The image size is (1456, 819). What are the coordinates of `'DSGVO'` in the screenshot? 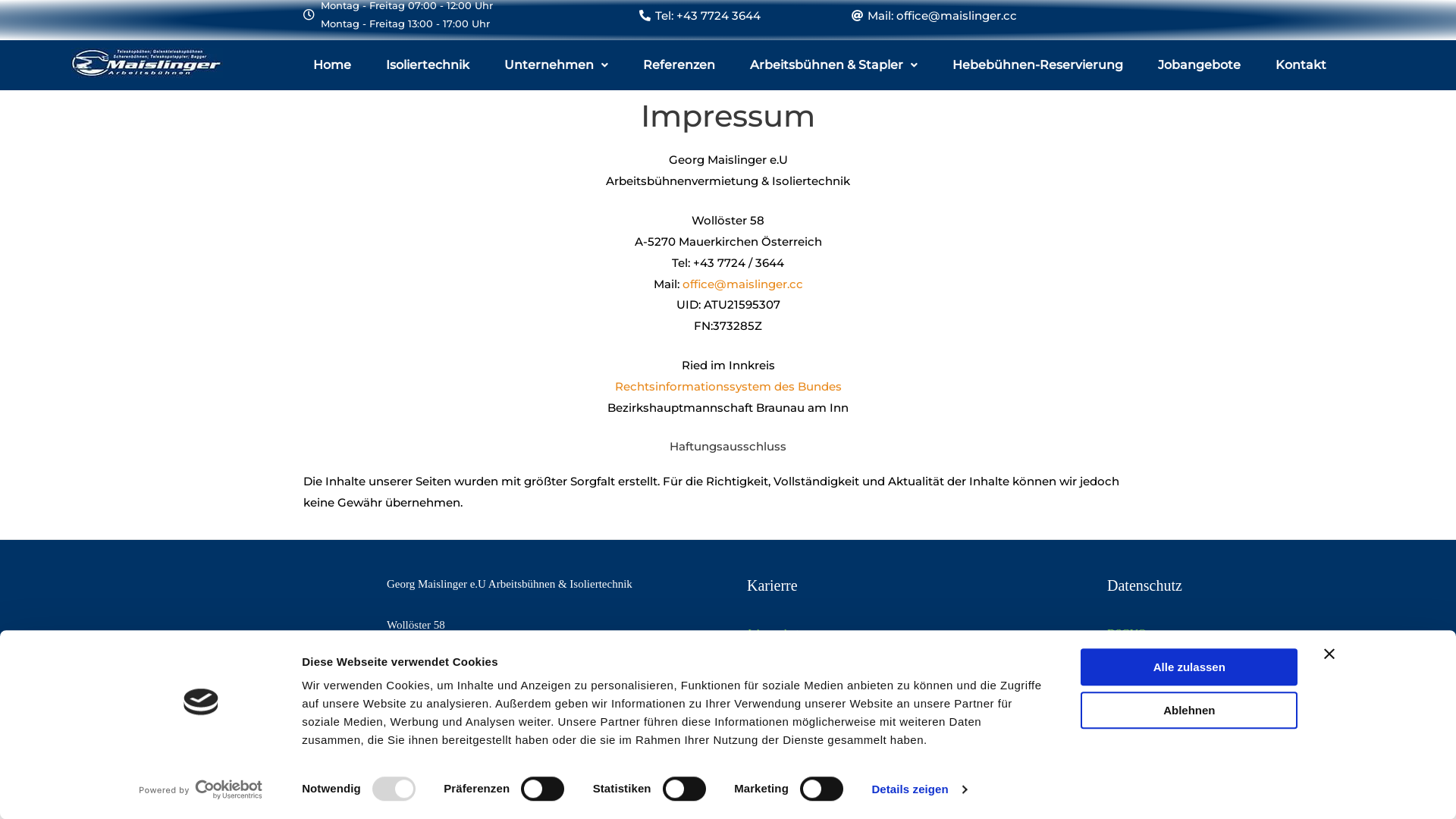 It's located at (1127, 632).